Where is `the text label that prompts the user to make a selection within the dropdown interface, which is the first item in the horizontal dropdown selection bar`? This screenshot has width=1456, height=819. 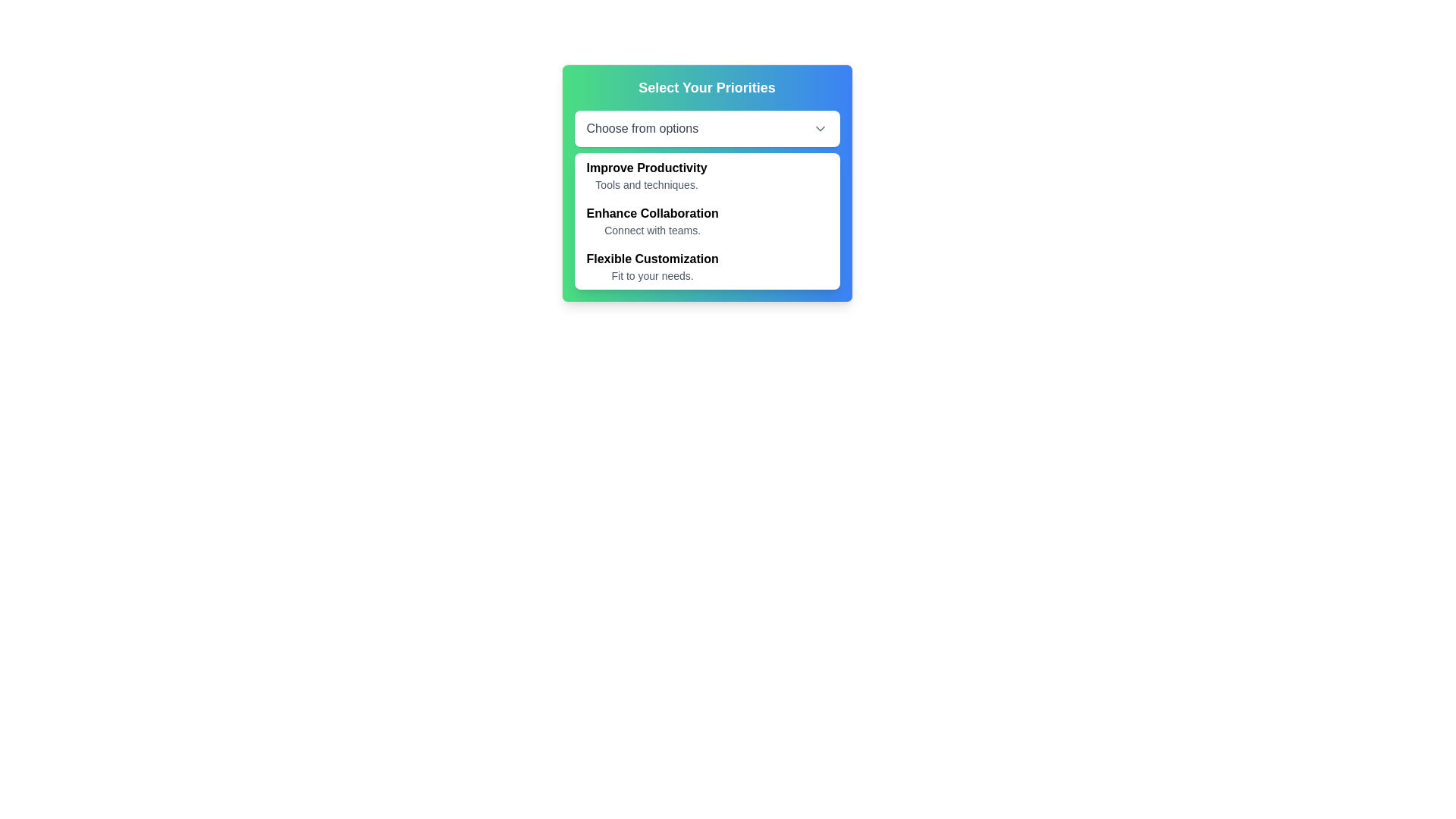
the text label that prompts the user to make a selection within the dropdown interface, which is the first item in the horizontal dropdown selection bar is located at coordinates (642, 127).